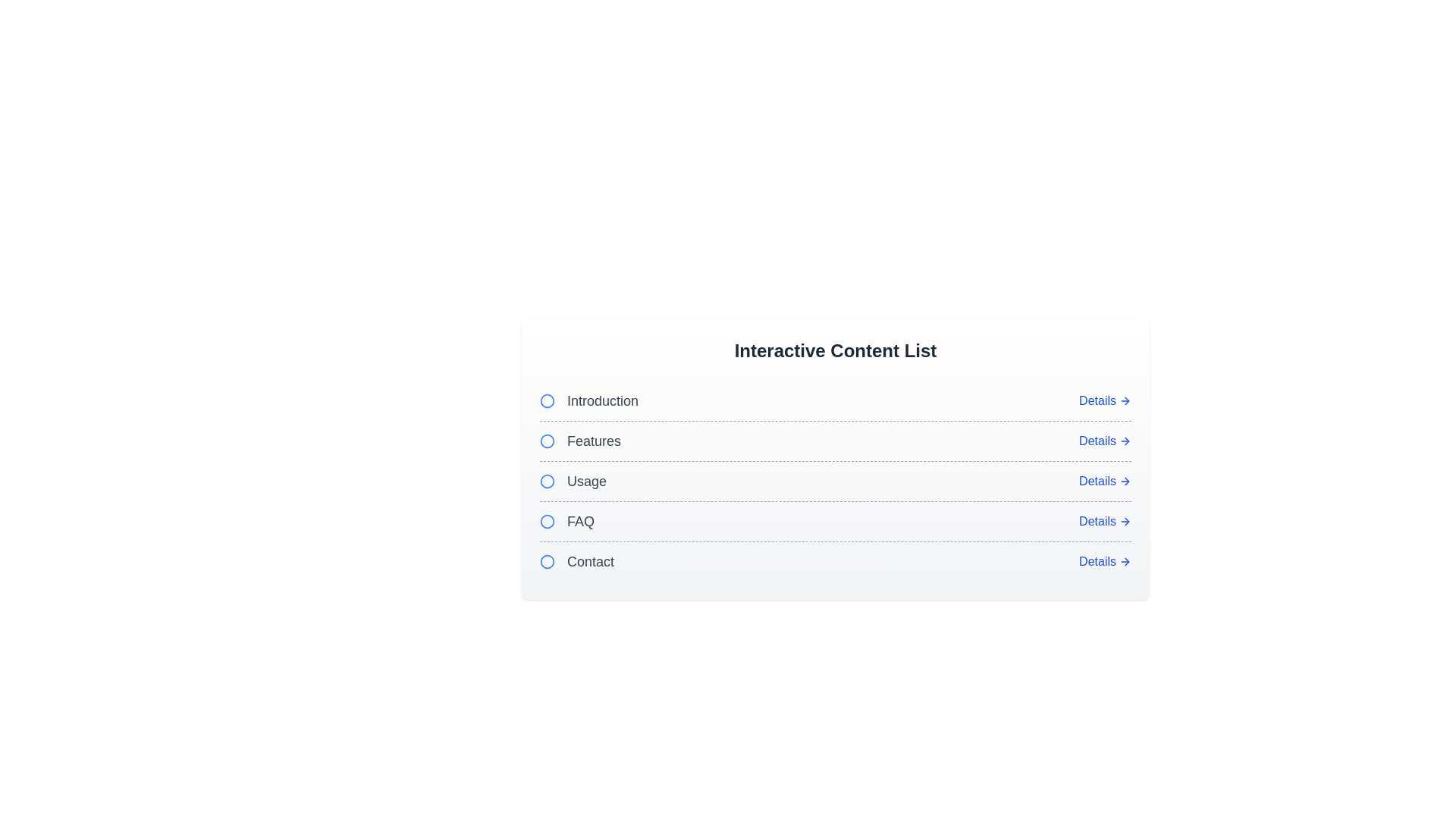 The height and width of the screenshot is (819, 1456). Describe the element at coordinates (546, 482) in the screenshot. I see `the Circular icon located to the left of the 'Usage' text in the vertical list of items` at that location.